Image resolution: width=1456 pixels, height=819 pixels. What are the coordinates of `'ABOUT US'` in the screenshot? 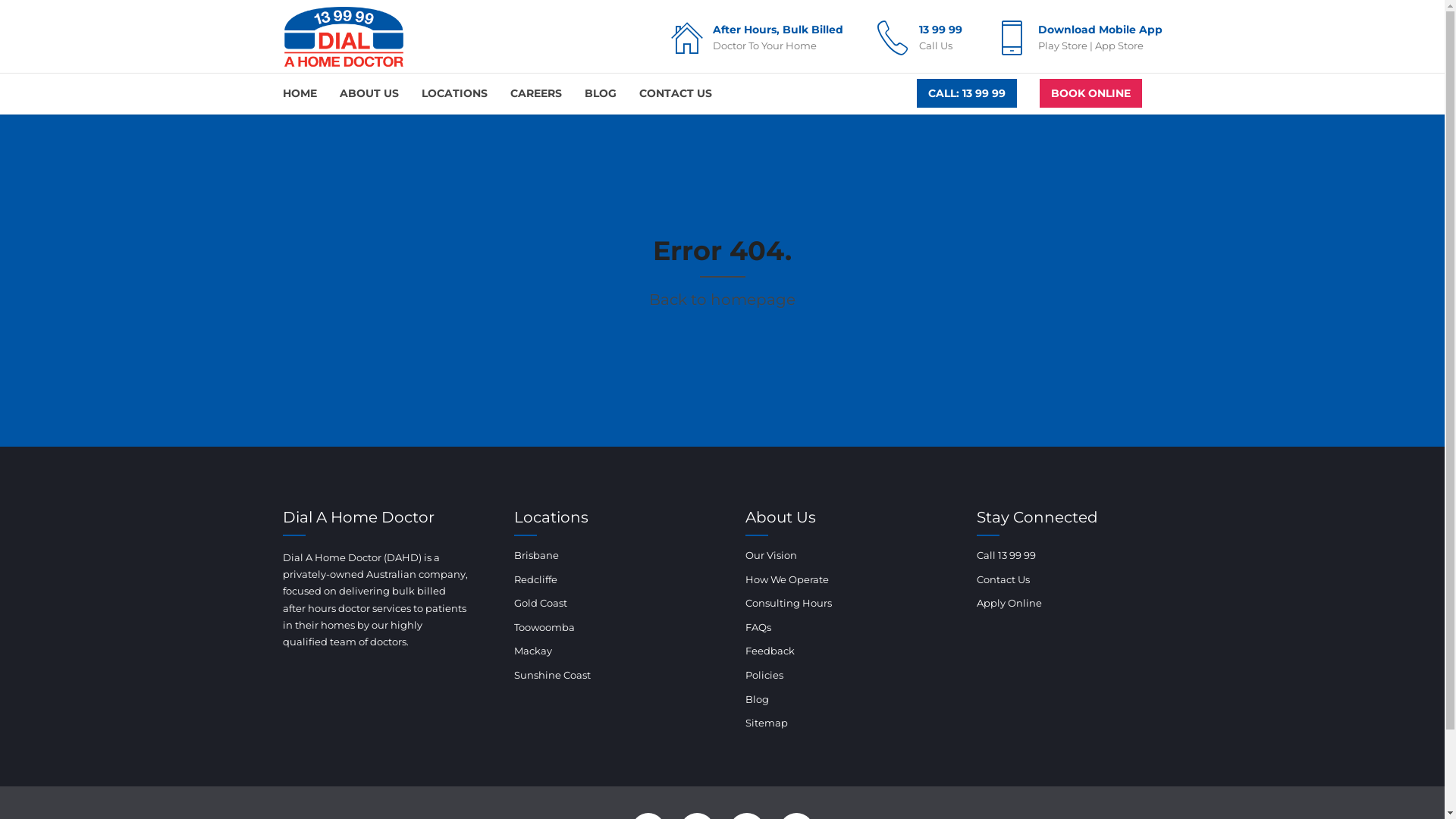 It's located at (369, 93).